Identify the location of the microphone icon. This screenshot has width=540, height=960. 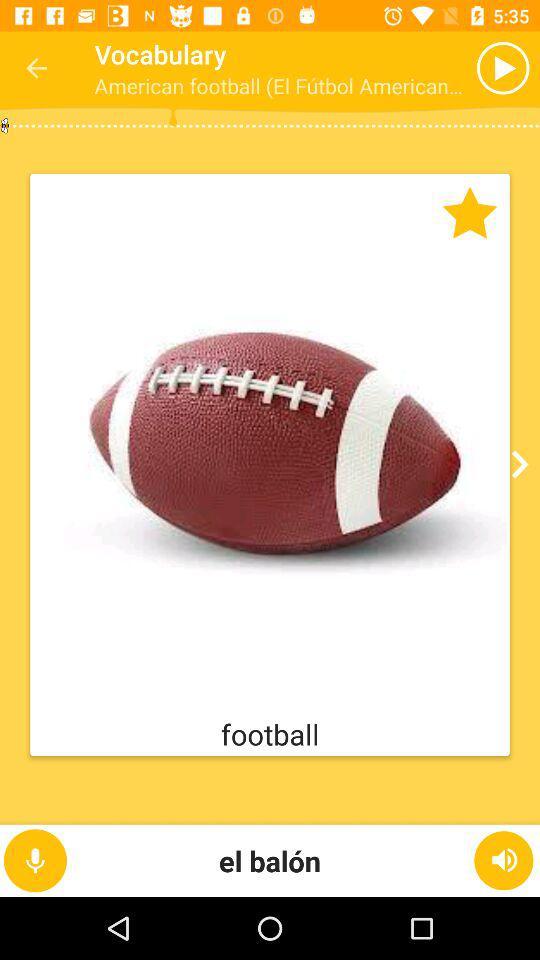
(35, 859).